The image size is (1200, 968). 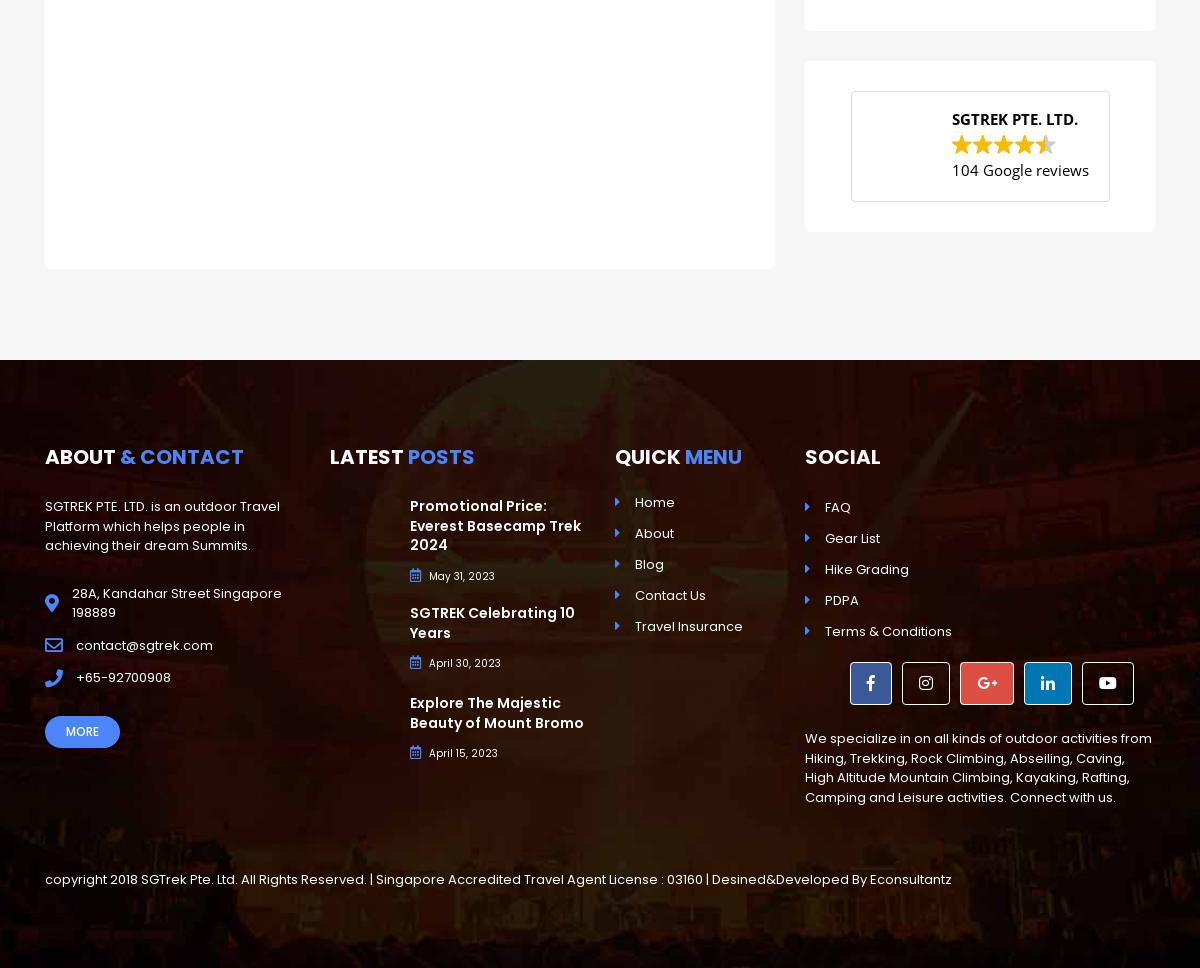 I want to click on 'Econsultantz', so click(x=869, y=878).